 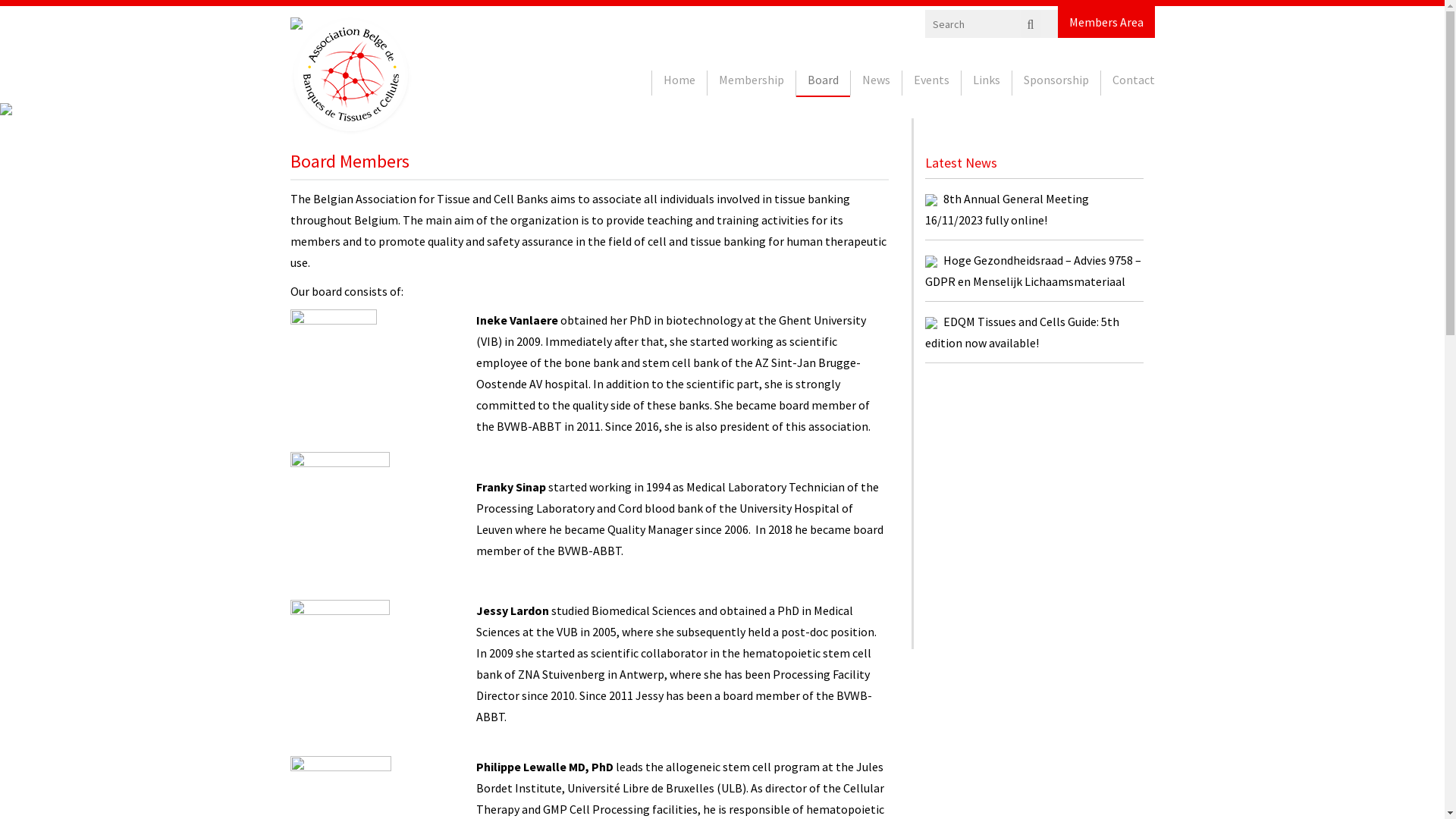 I want to click on 'Home', so click(x=679, y=83).